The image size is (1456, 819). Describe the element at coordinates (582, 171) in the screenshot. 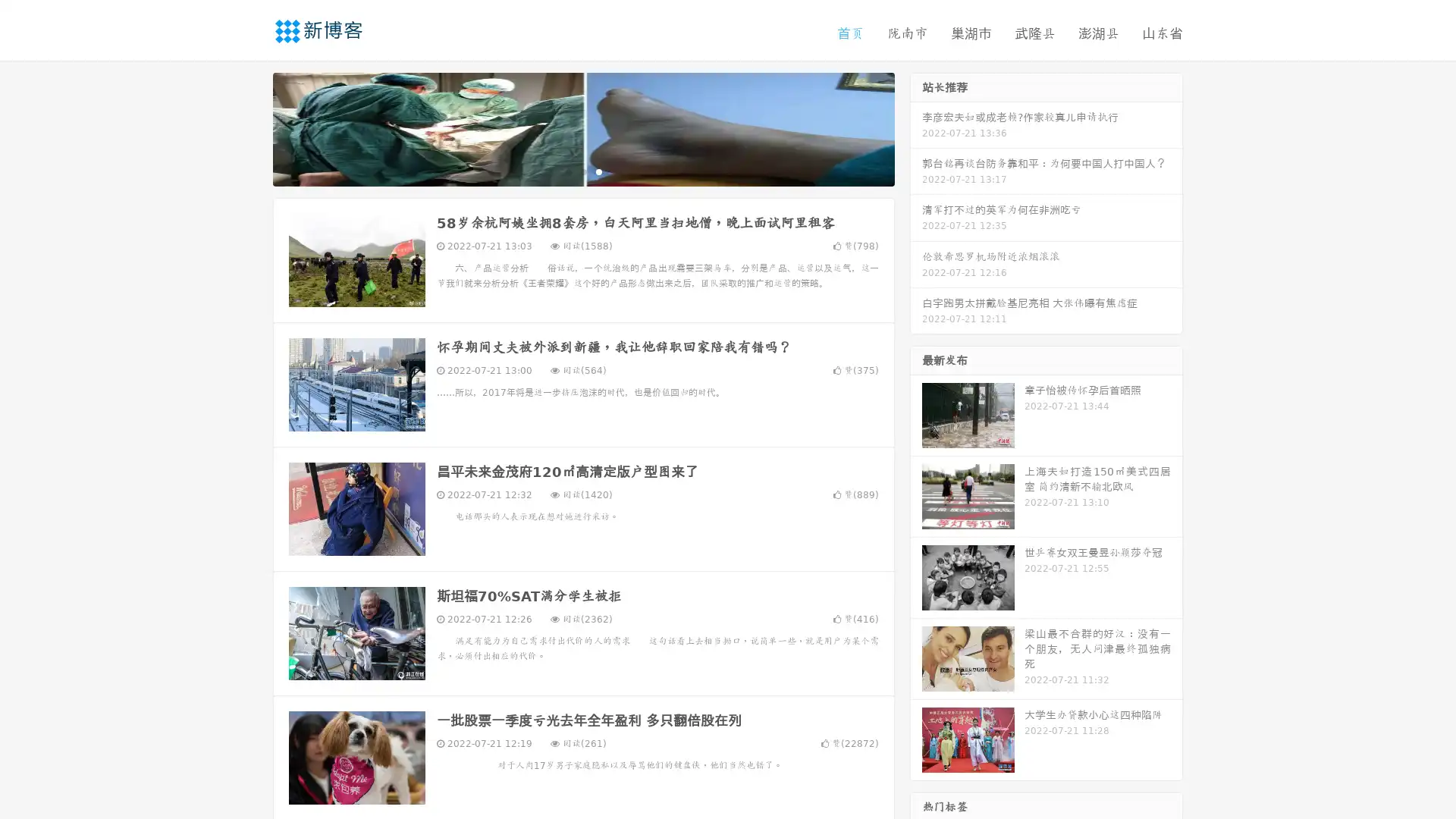

I see `Go to slide 2` at that location.